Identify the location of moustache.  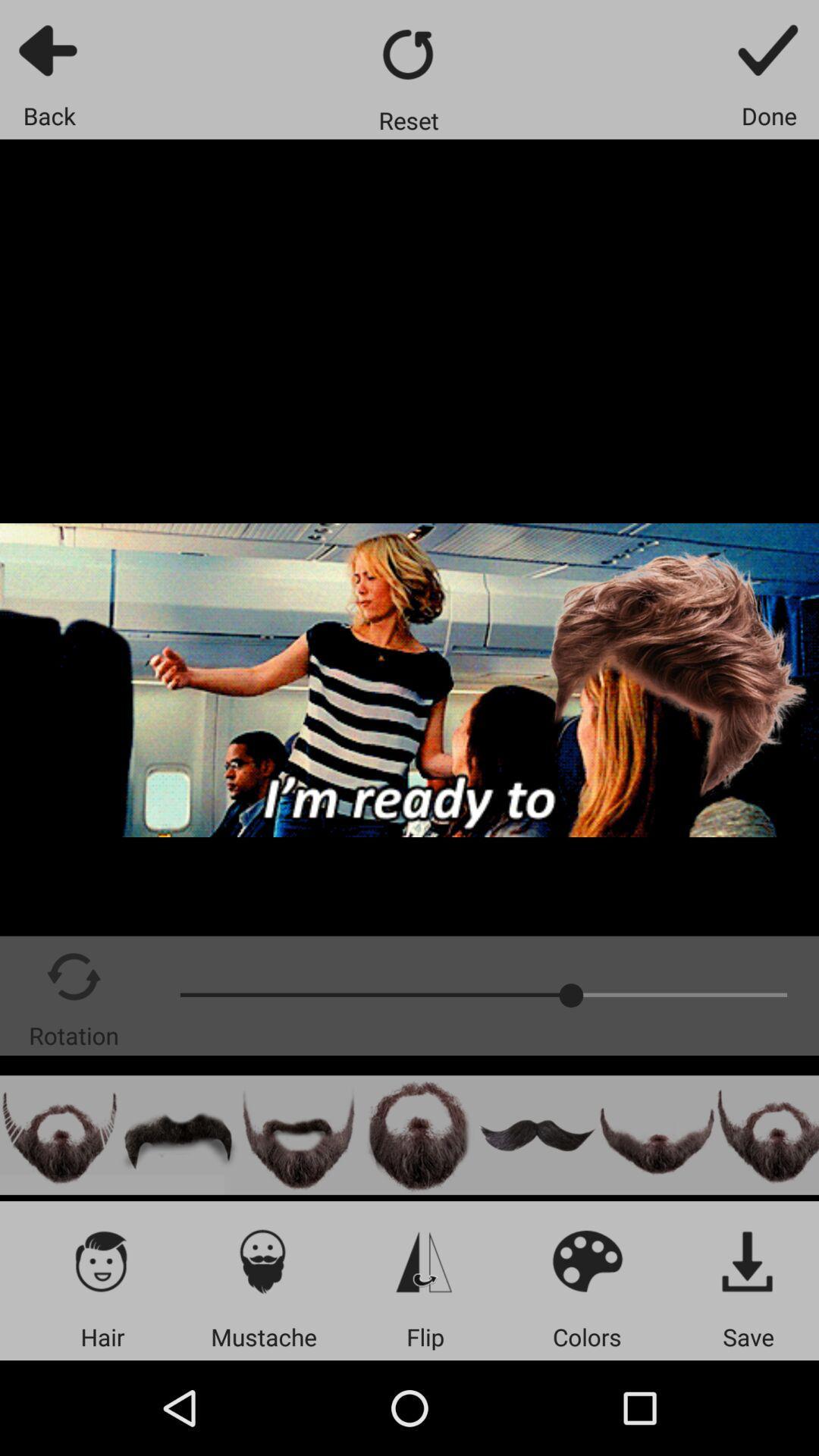
(178, 1135).